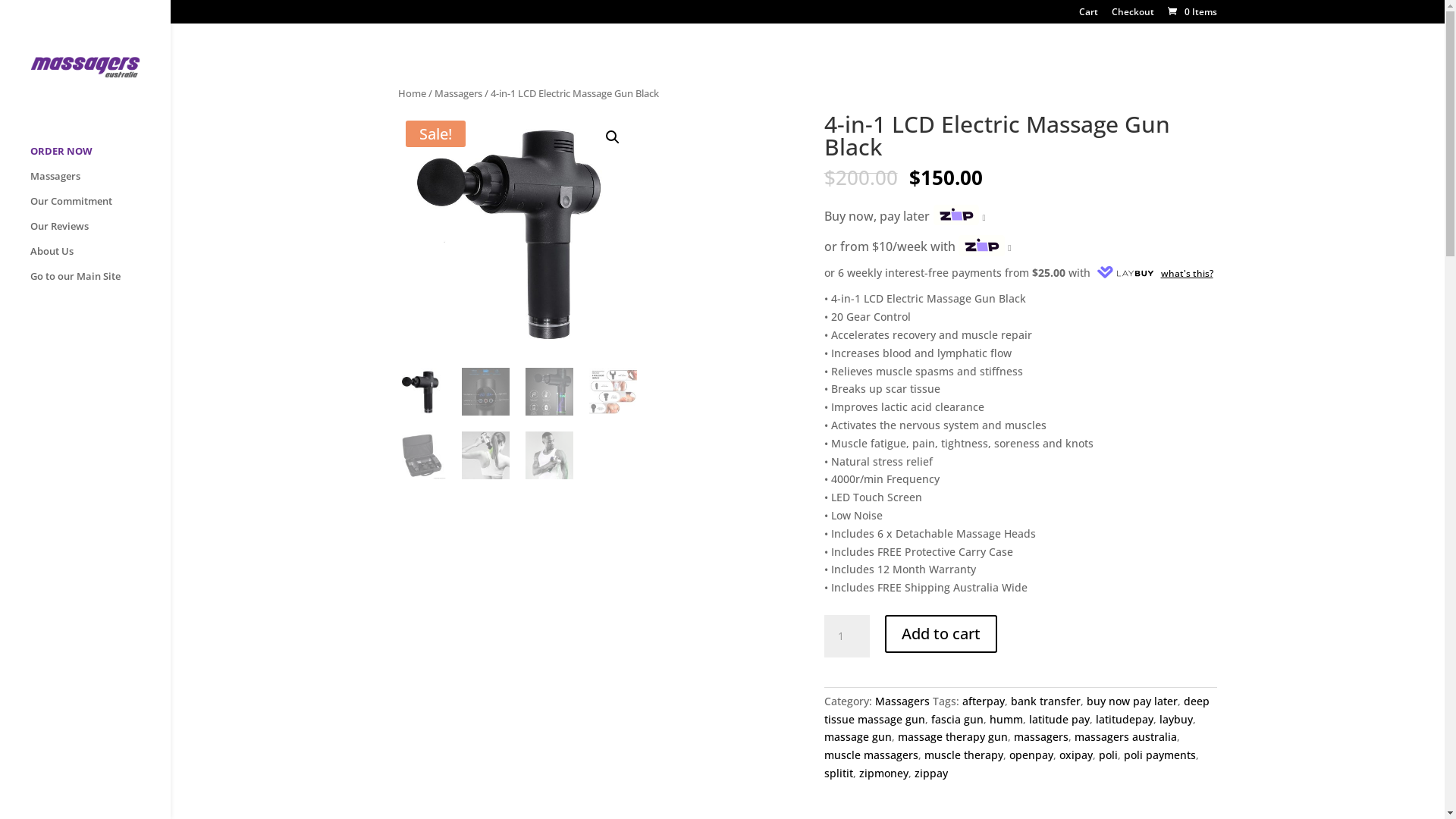 The image size is (1456, 819). I want to click on 'splitit', so click(823, 773).